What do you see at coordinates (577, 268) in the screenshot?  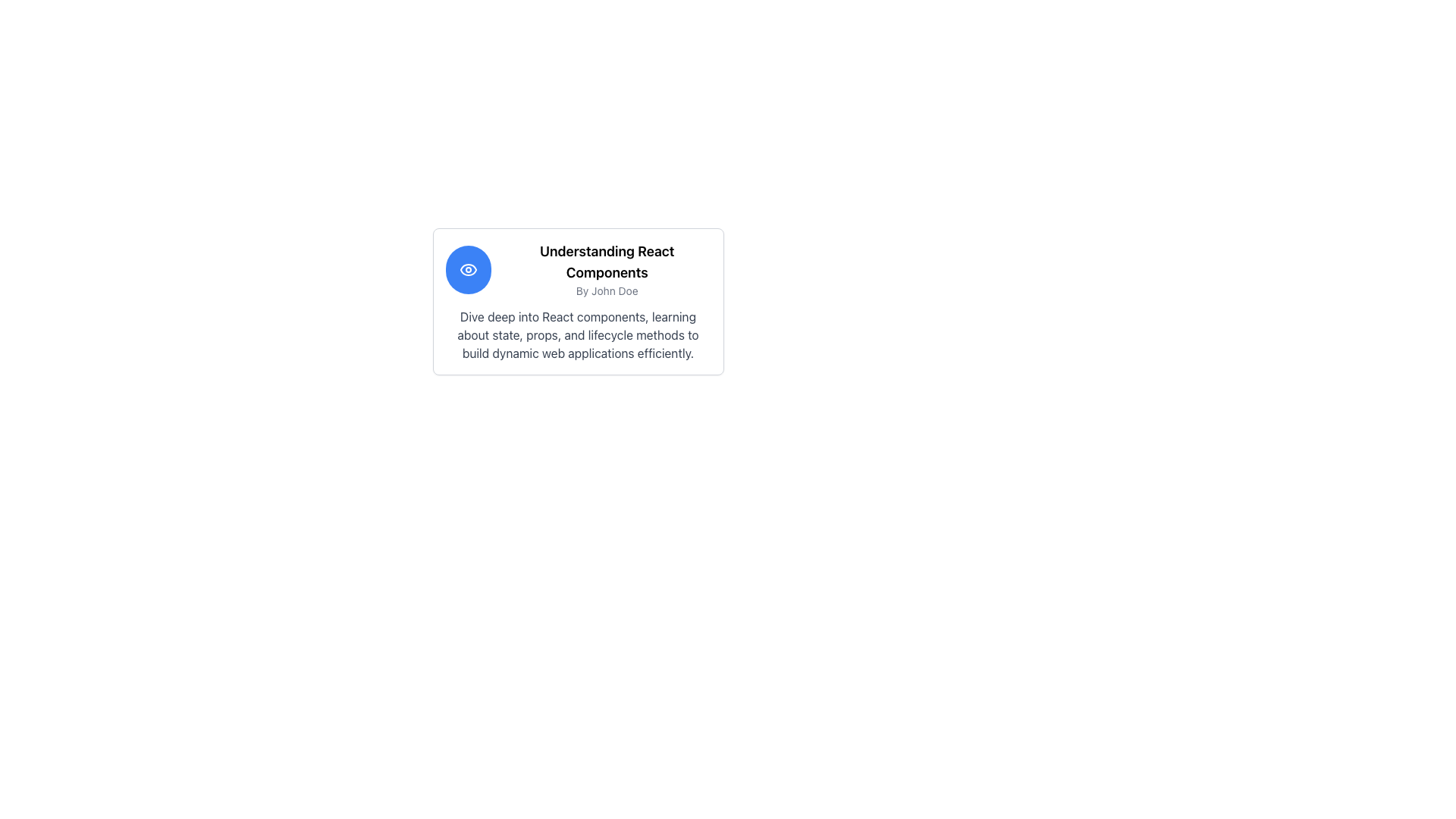 I see `the Header section that includes a circular blue icon on the left and the title 'Understanding React Components' with subtitle 'By John Doe' on the right` at bounding box center [577, 268].